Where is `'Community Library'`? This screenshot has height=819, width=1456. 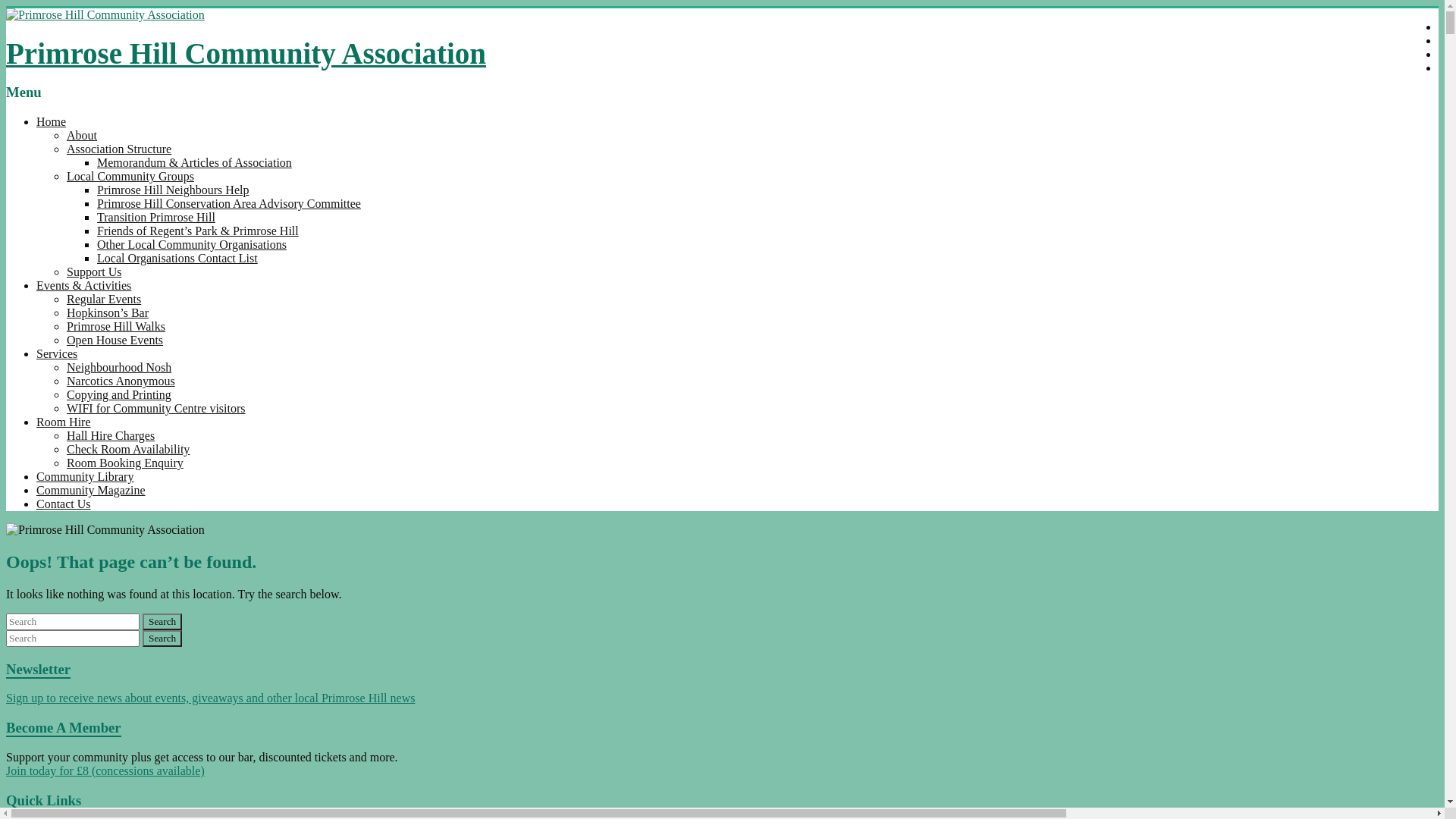 'Community Library' is located at coordinates (83, 475).